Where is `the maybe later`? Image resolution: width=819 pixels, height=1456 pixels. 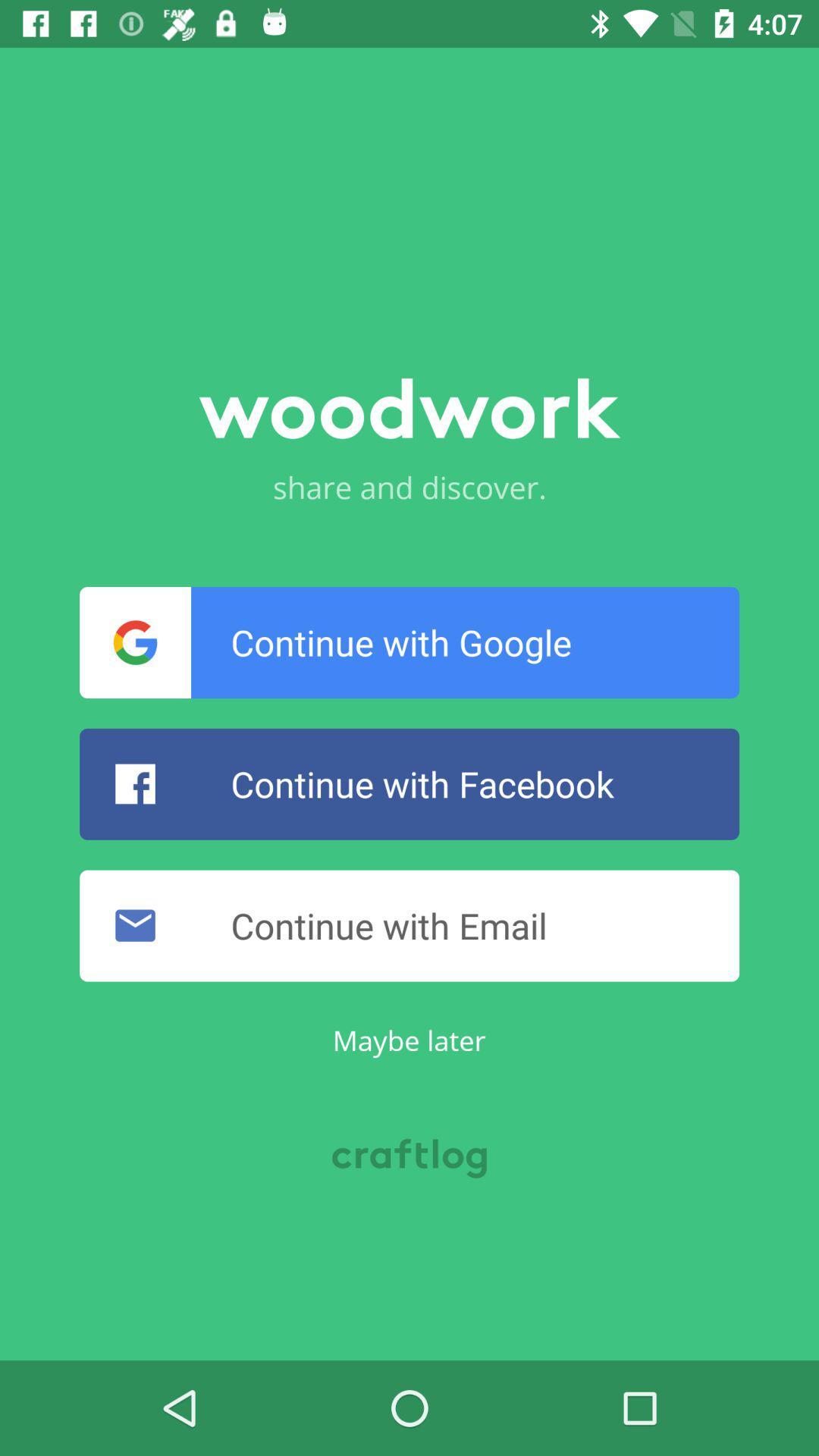
the maybe later is located at coordinates (408, 1039).